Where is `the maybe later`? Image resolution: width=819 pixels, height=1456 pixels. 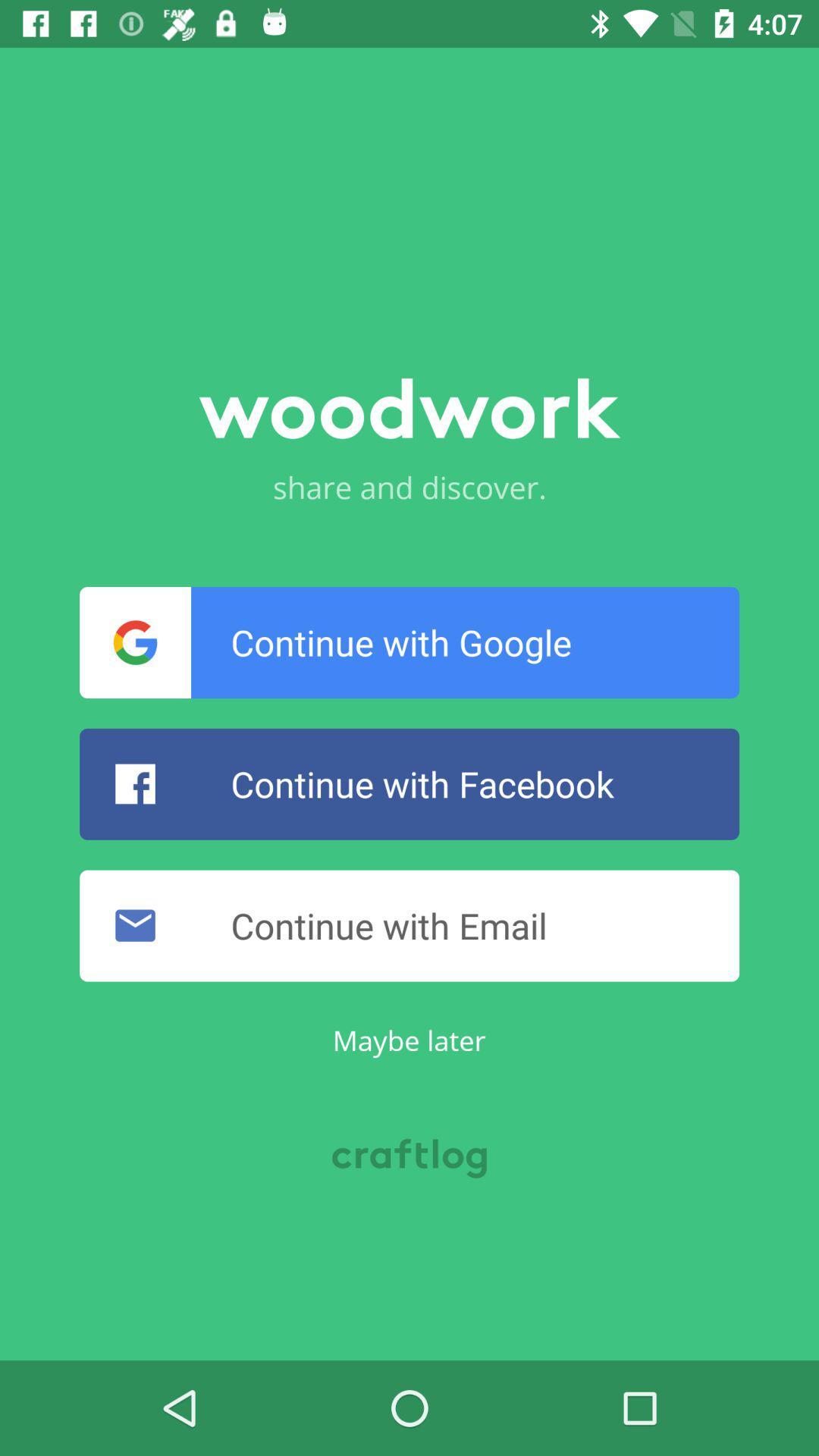
the maybe later is located at coordinates (408, 1039).